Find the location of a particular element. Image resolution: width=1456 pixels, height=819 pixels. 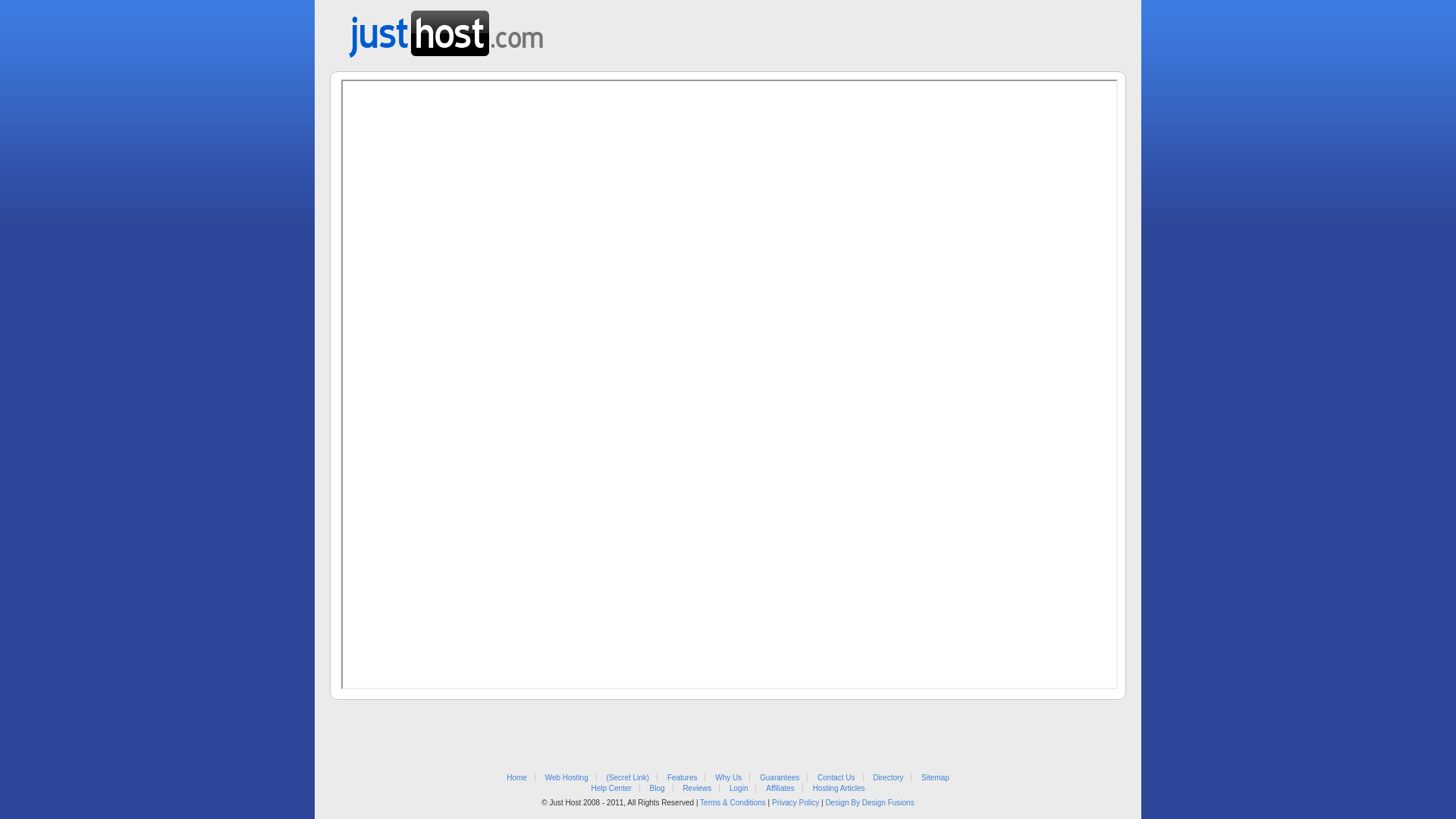

'Design By Design Fusions' is located at coordinates (869, 802).